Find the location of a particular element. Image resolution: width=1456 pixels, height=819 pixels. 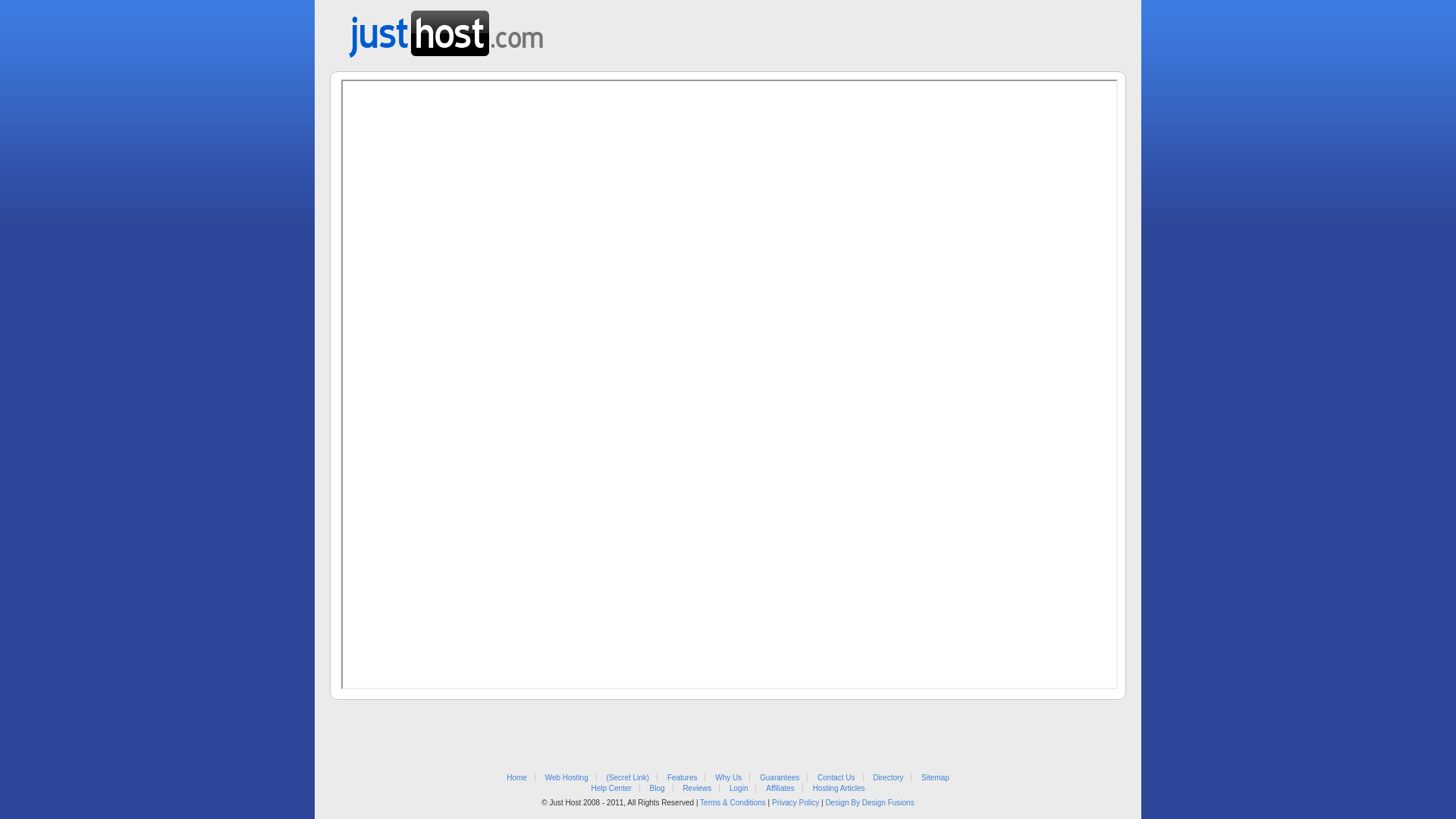

'Design By Design Fusions' is located at coordinates (869, 802).